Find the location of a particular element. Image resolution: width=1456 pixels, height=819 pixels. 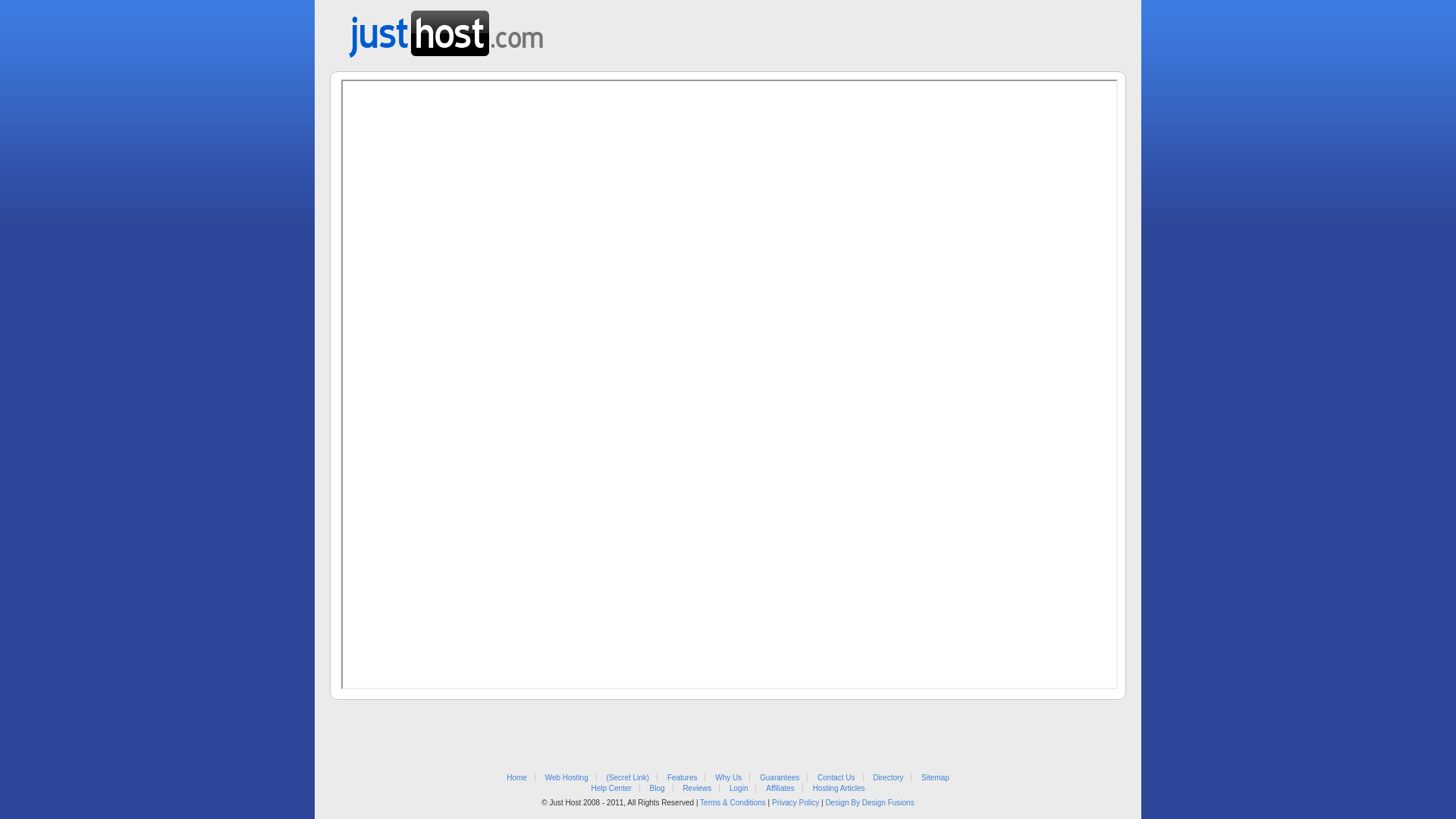

'Design By Design Fusions' is located at coordinates (869, 802).